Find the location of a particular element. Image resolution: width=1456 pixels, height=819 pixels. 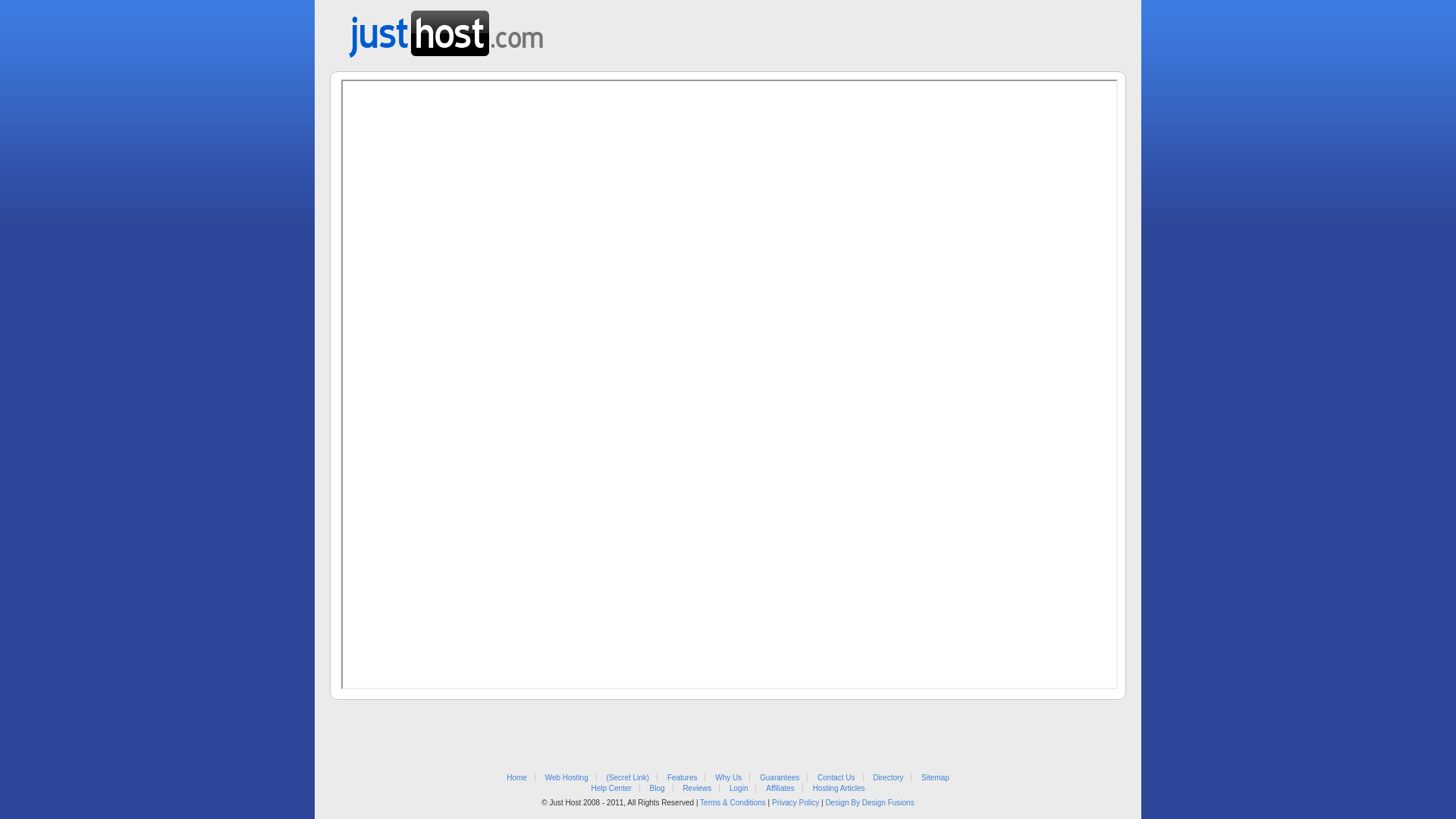

'Design By Design Fusions' is located at coordinates (869, 802).